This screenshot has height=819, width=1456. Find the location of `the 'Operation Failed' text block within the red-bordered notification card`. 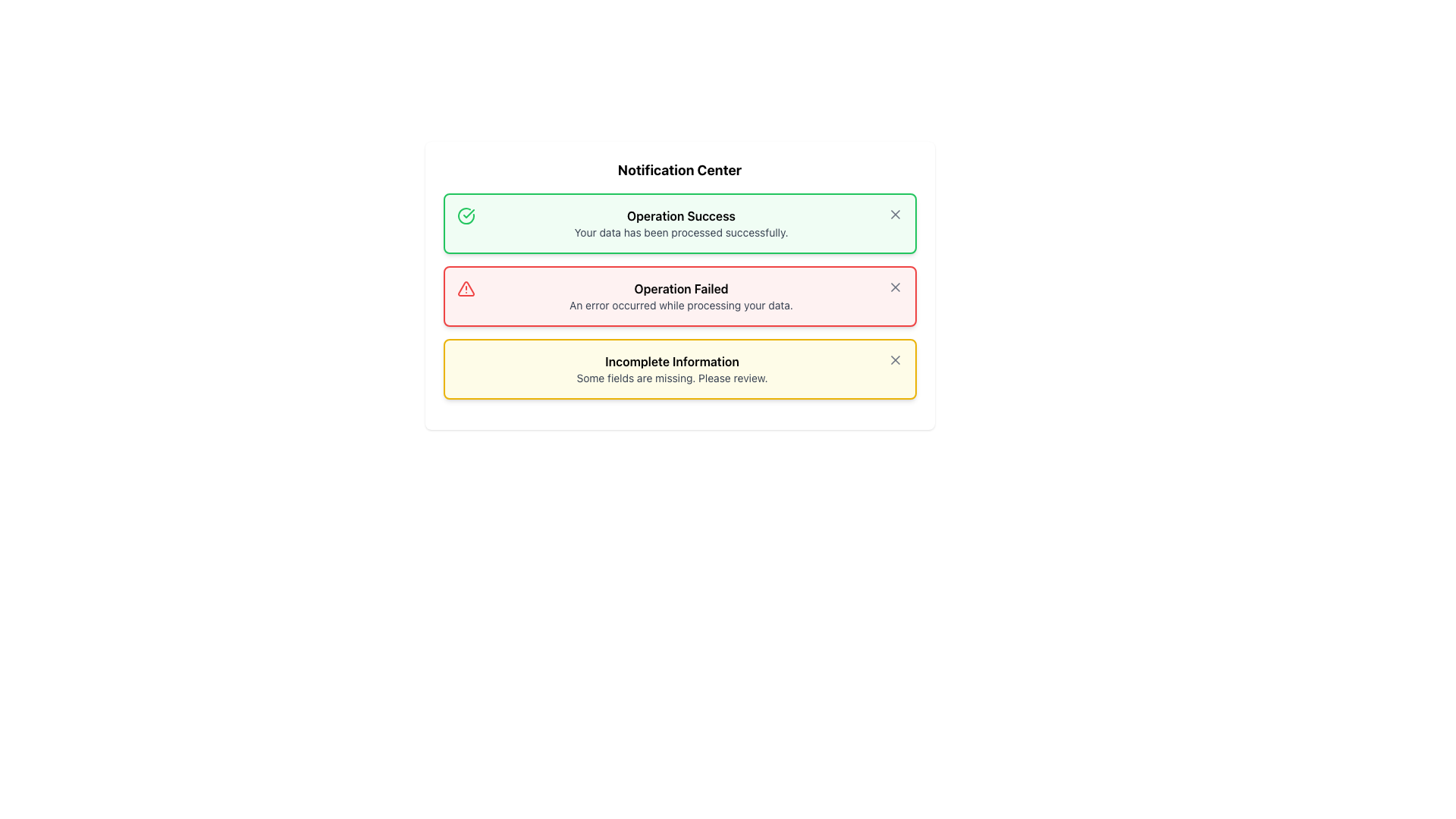

the 'Operation Failed' text block within the red-bordered notification card is located at coordinates (680, 296).